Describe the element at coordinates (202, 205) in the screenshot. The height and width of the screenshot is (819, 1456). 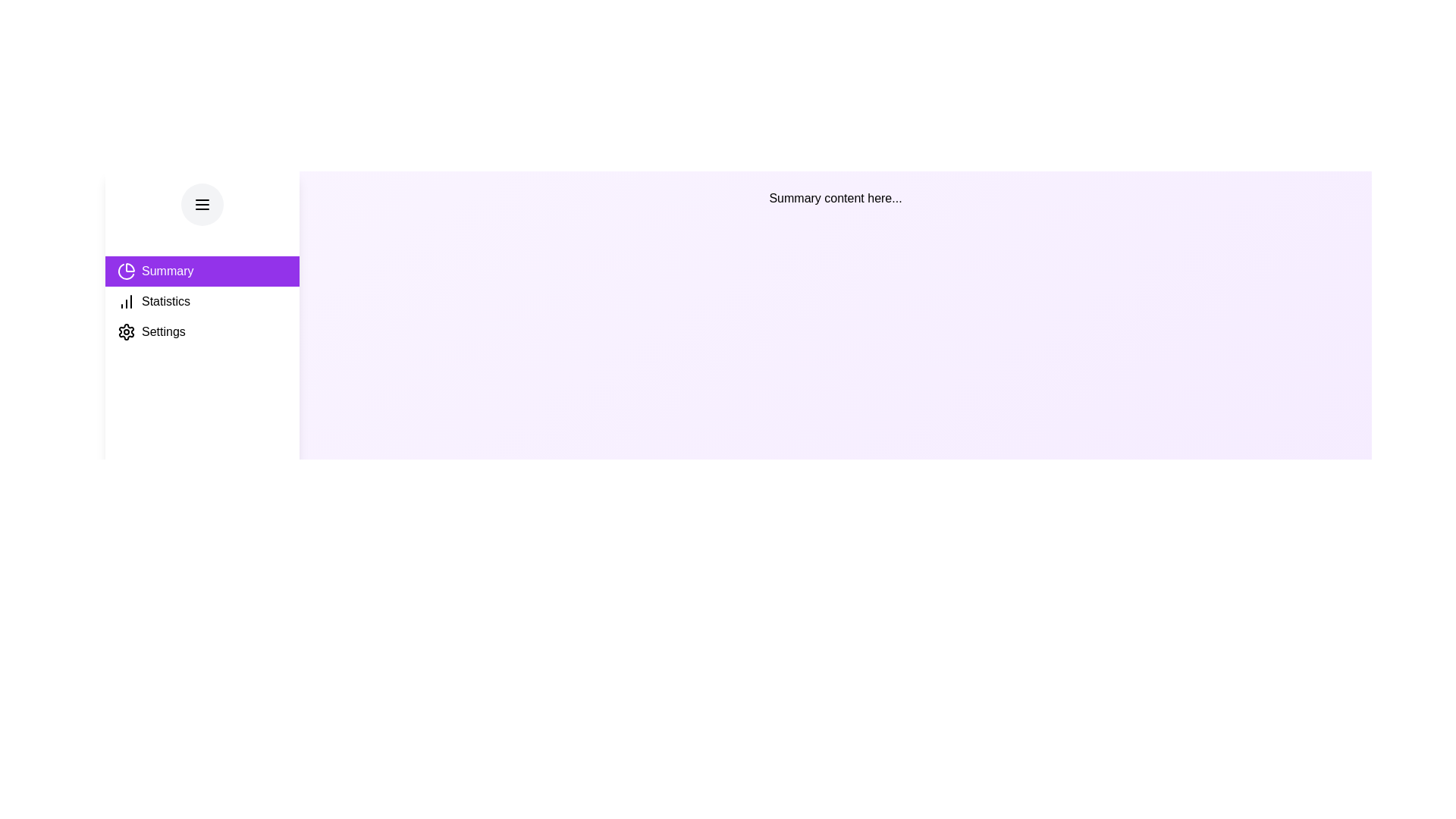
I see `the menu button to toggle the menu visibility` at that location.